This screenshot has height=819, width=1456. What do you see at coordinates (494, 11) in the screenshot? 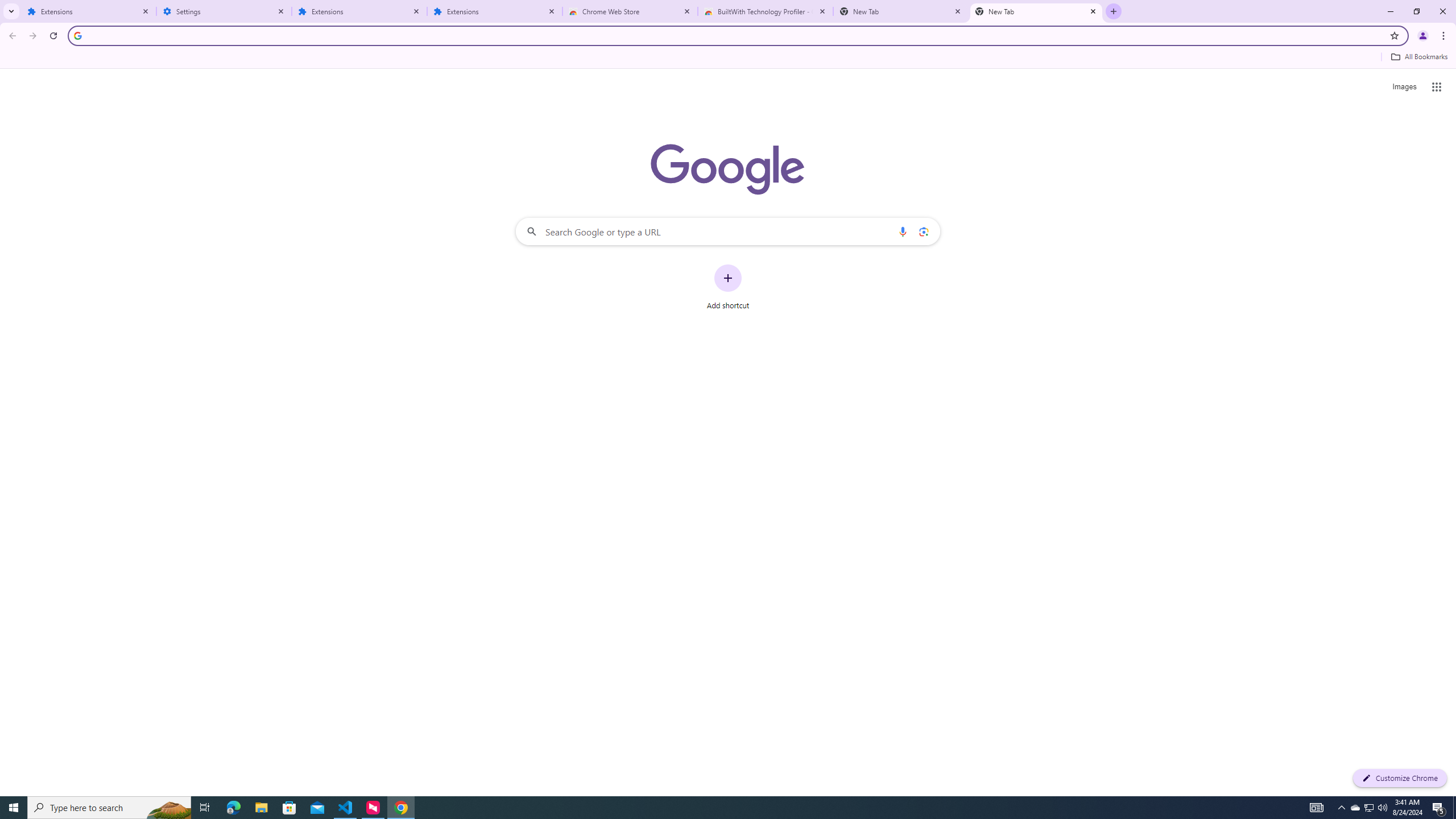
I see `'Extensions'` at bounding box center [494, 11].